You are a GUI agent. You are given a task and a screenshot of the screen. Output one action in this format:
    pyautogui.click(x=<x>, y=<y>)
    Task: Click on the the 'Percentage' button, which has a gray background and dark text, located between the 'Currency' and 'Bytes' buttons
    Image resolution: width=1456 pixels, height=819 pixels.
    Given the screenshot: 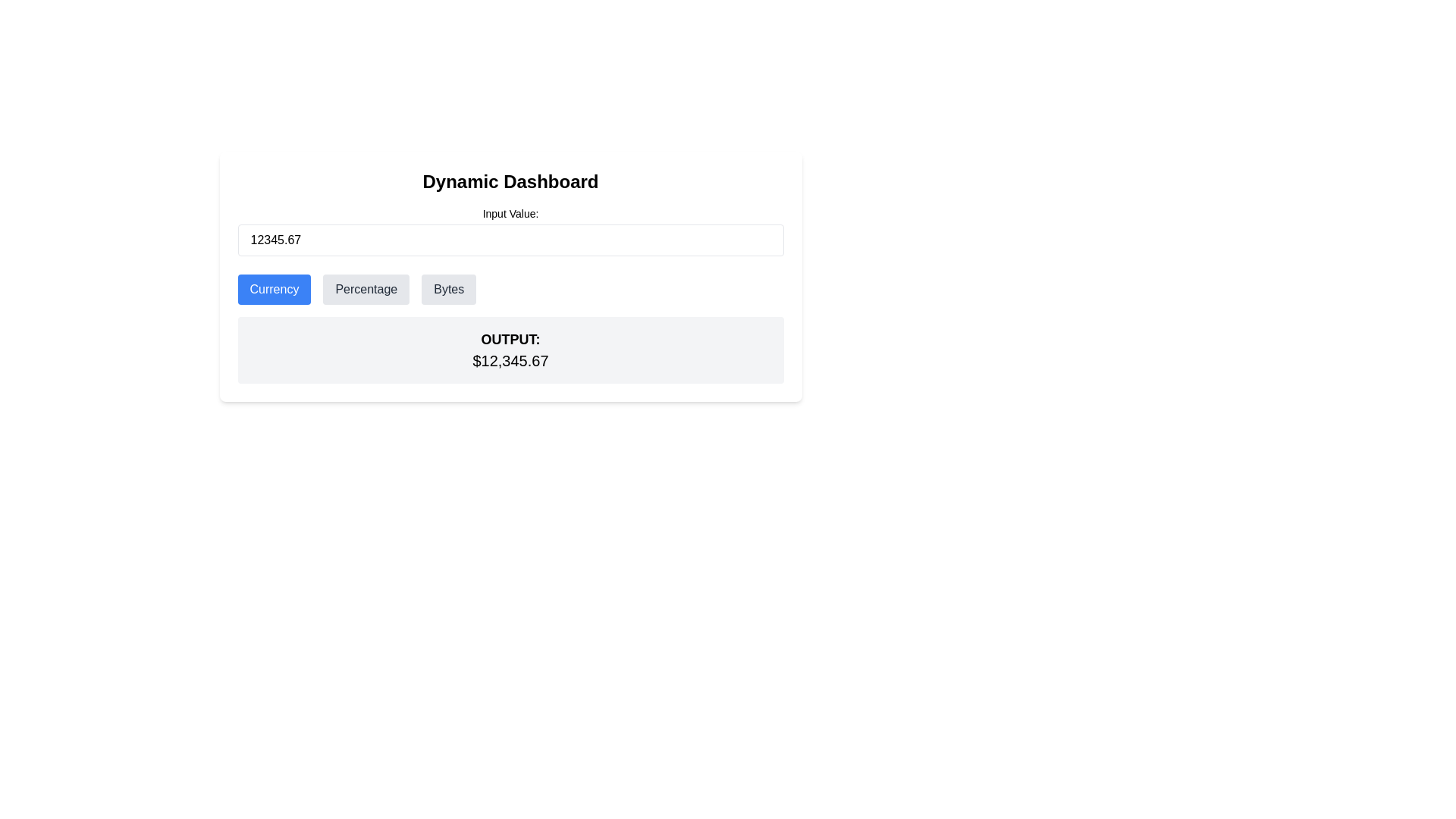 What is the action you would take?
    pyautogui.click(x=366, y=289)
    